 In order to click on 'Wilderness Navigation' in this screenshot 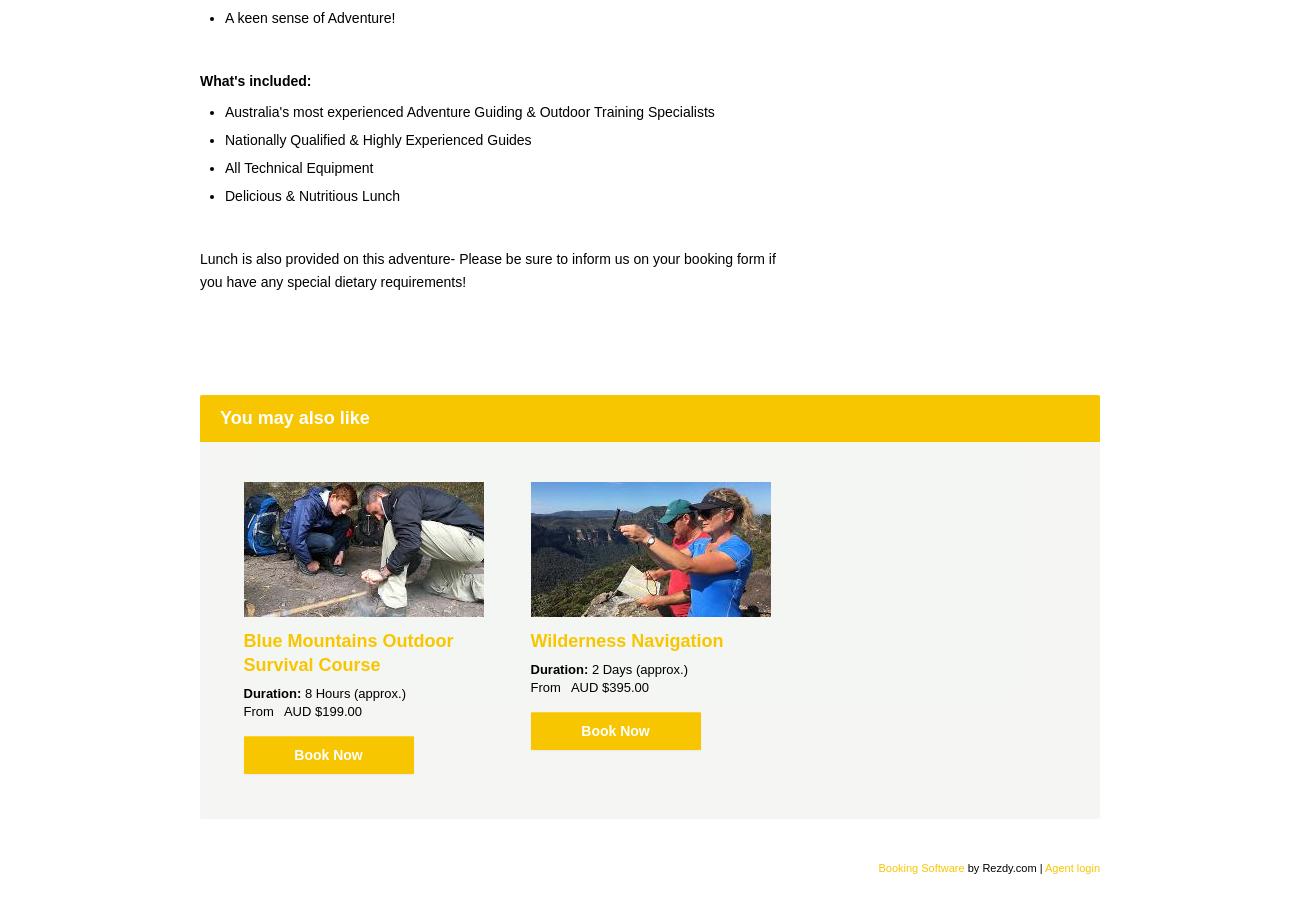, I will do `click(530, 639)`.